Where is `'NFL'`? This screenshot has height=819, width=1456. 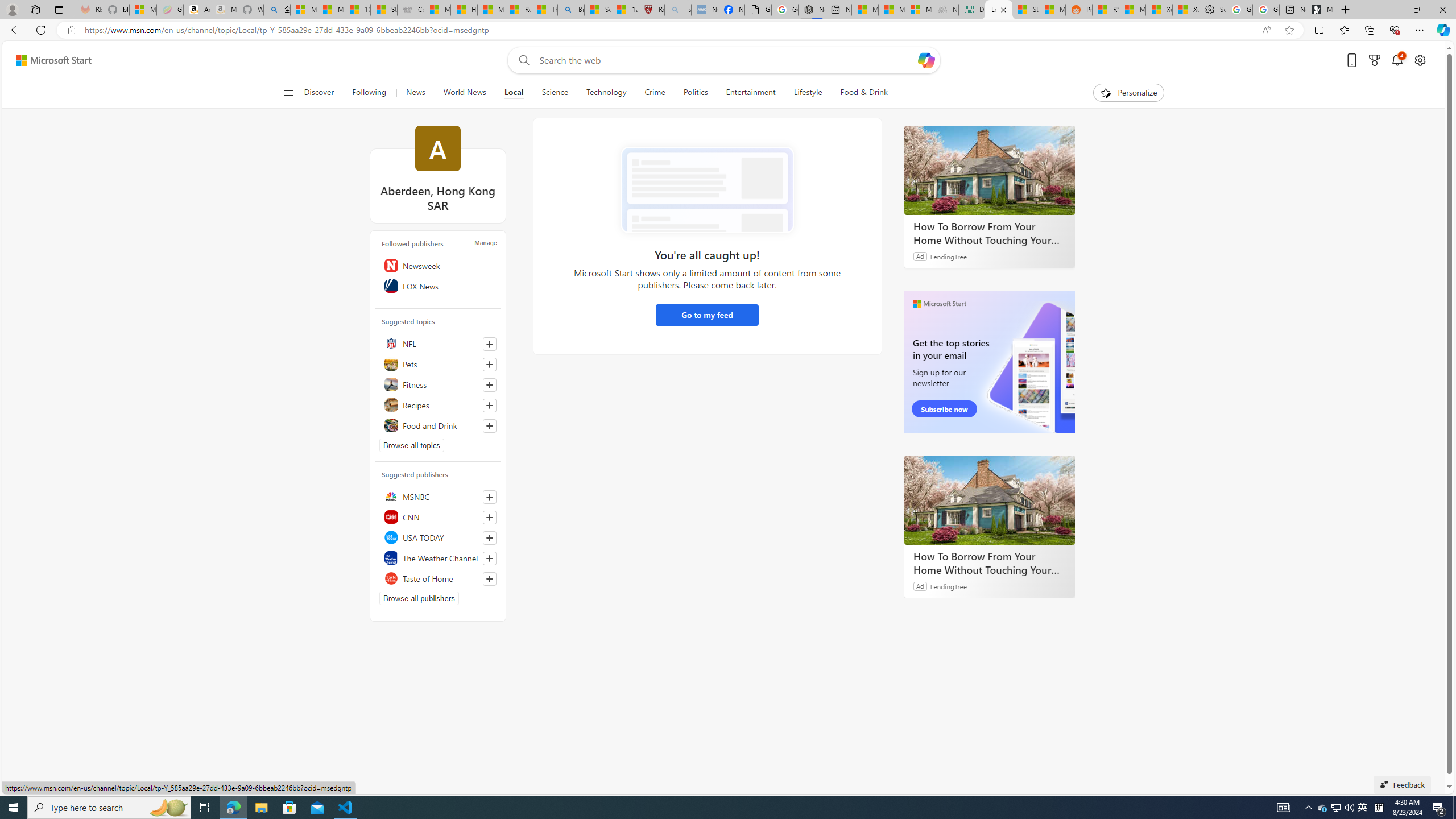
'NFL' is located at coordinates (438, 344).